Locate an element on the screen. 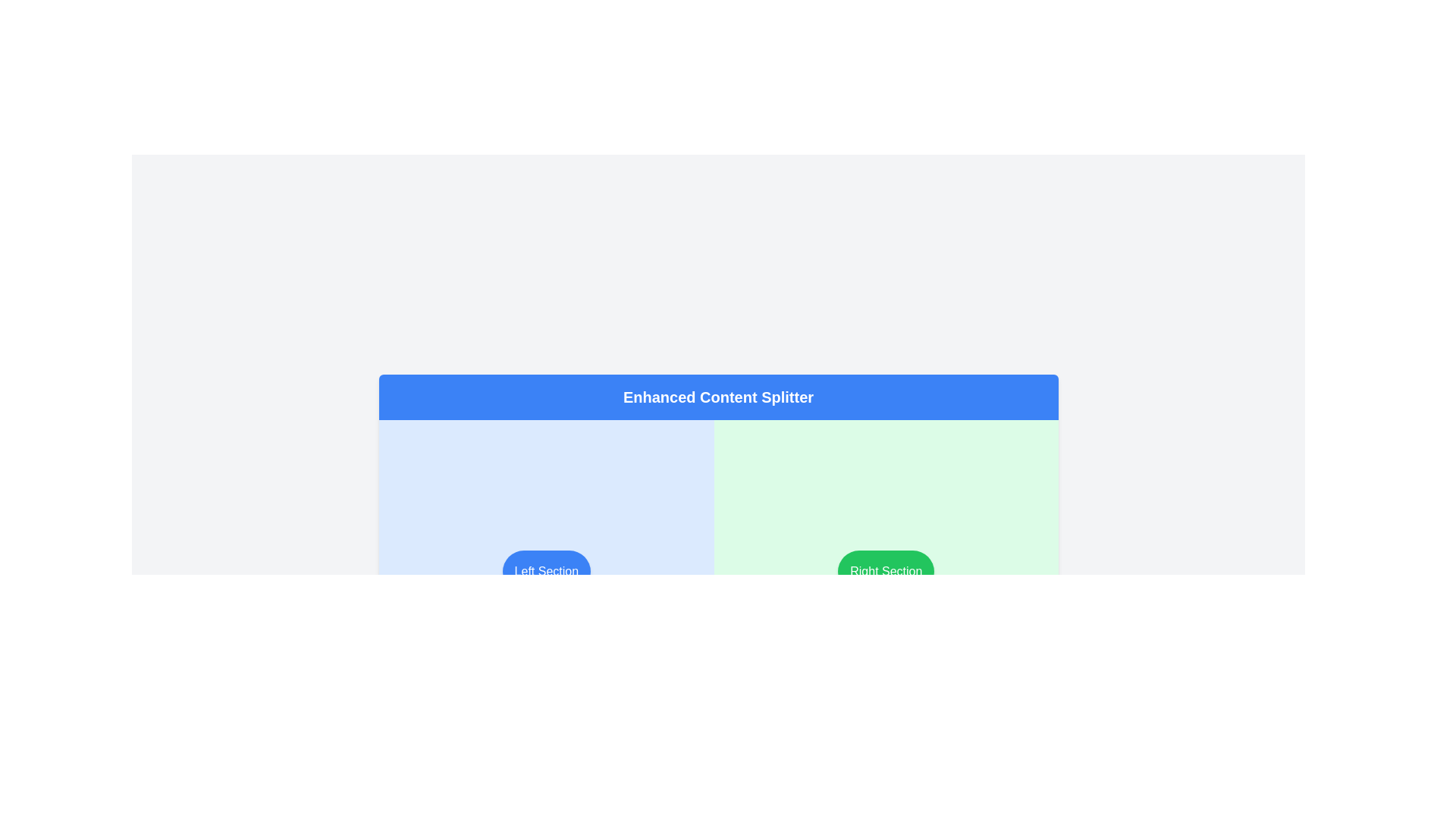 The width and height of the screenshot is (1456, 819). the button located in the 'Left Section' with a light-blue background is located at coordinates (546, 571).